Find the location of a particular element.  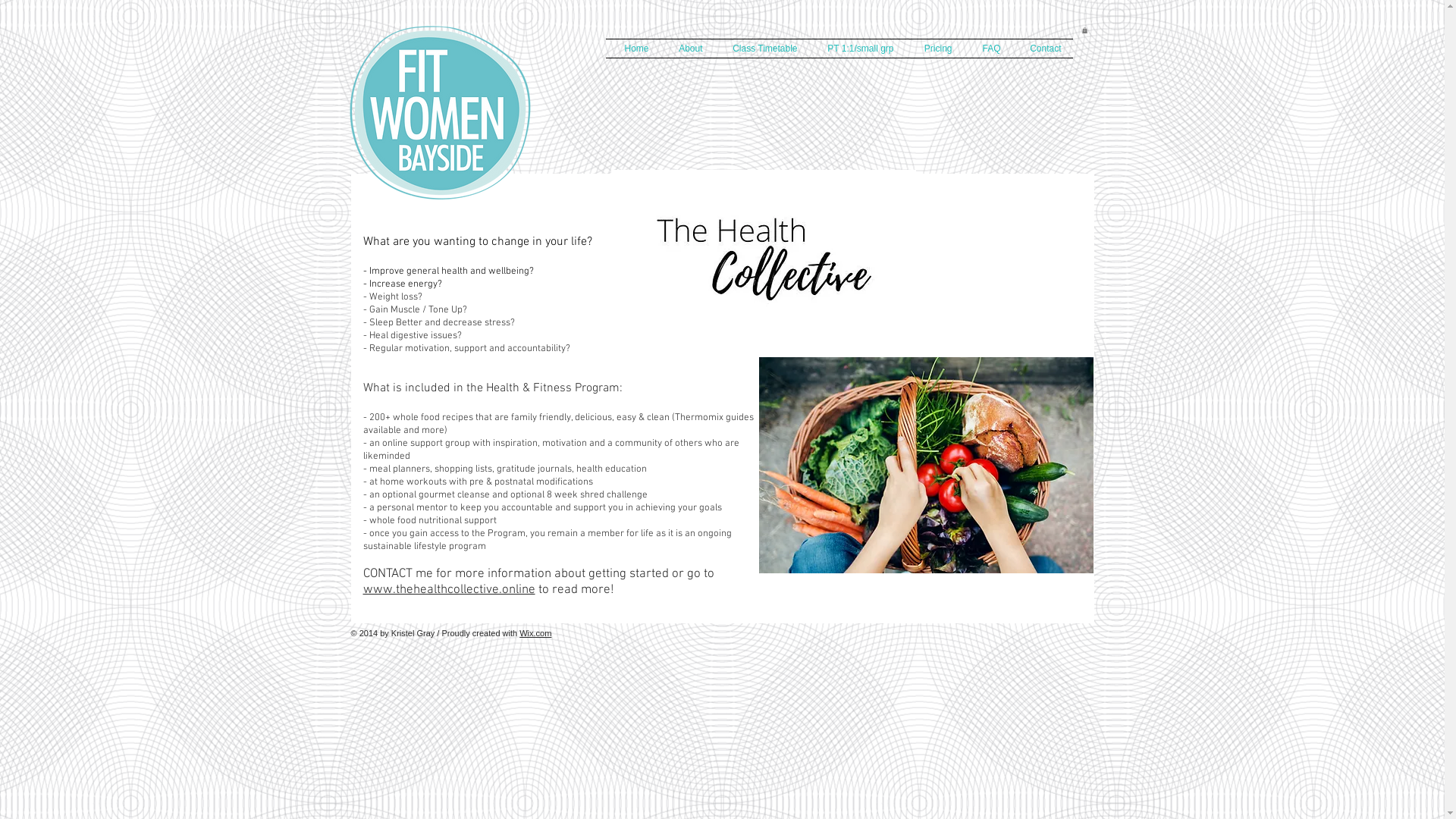

'About' is located at coordinates (659, 48).